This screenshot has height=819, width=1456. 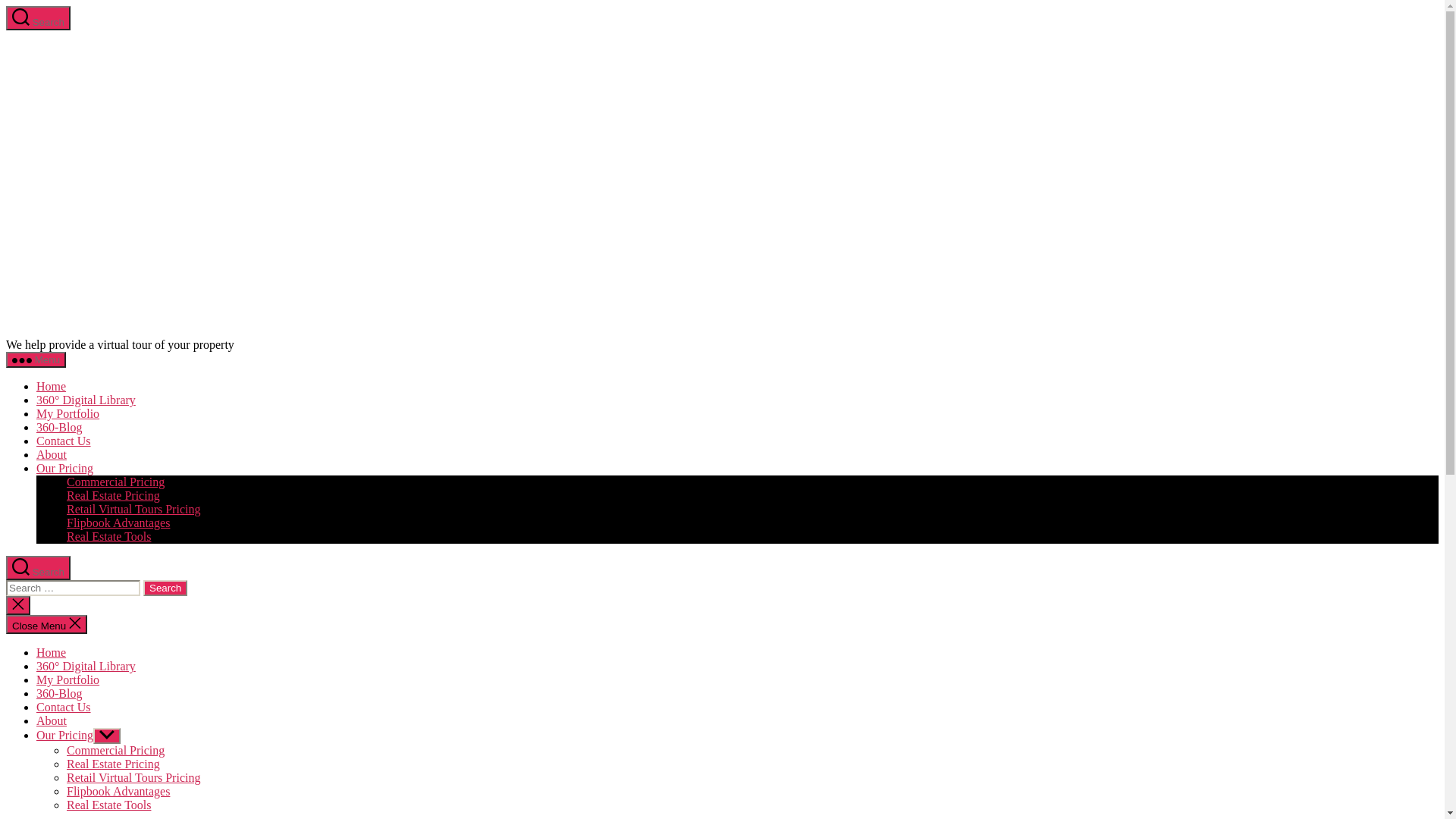 What do you see at coordinates (38, 567) in the screenshot?
I see `'Search'` at bounding box center [38, 567].